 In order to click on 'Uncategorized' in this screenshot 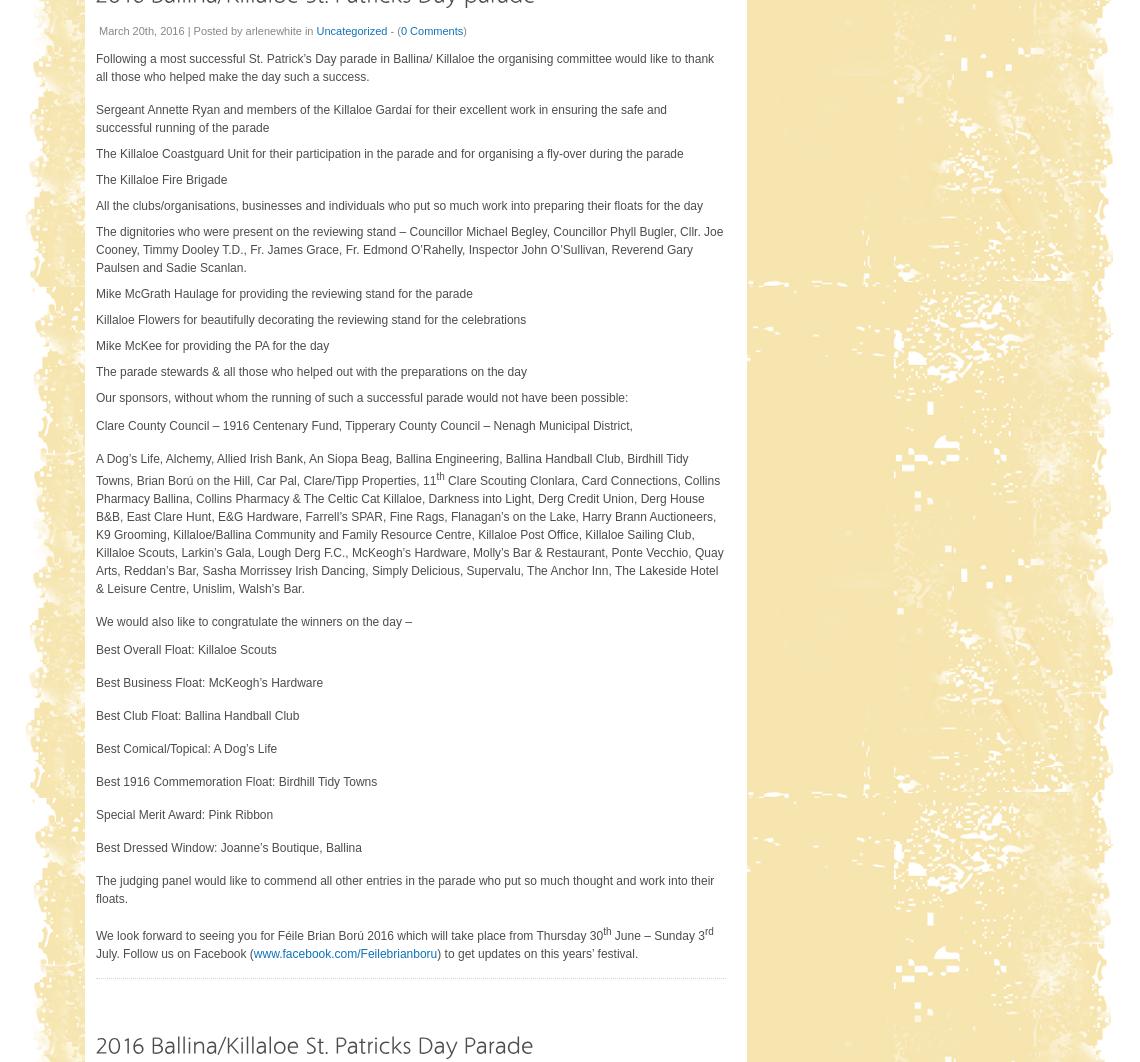, I will do `click(316, 29)`.